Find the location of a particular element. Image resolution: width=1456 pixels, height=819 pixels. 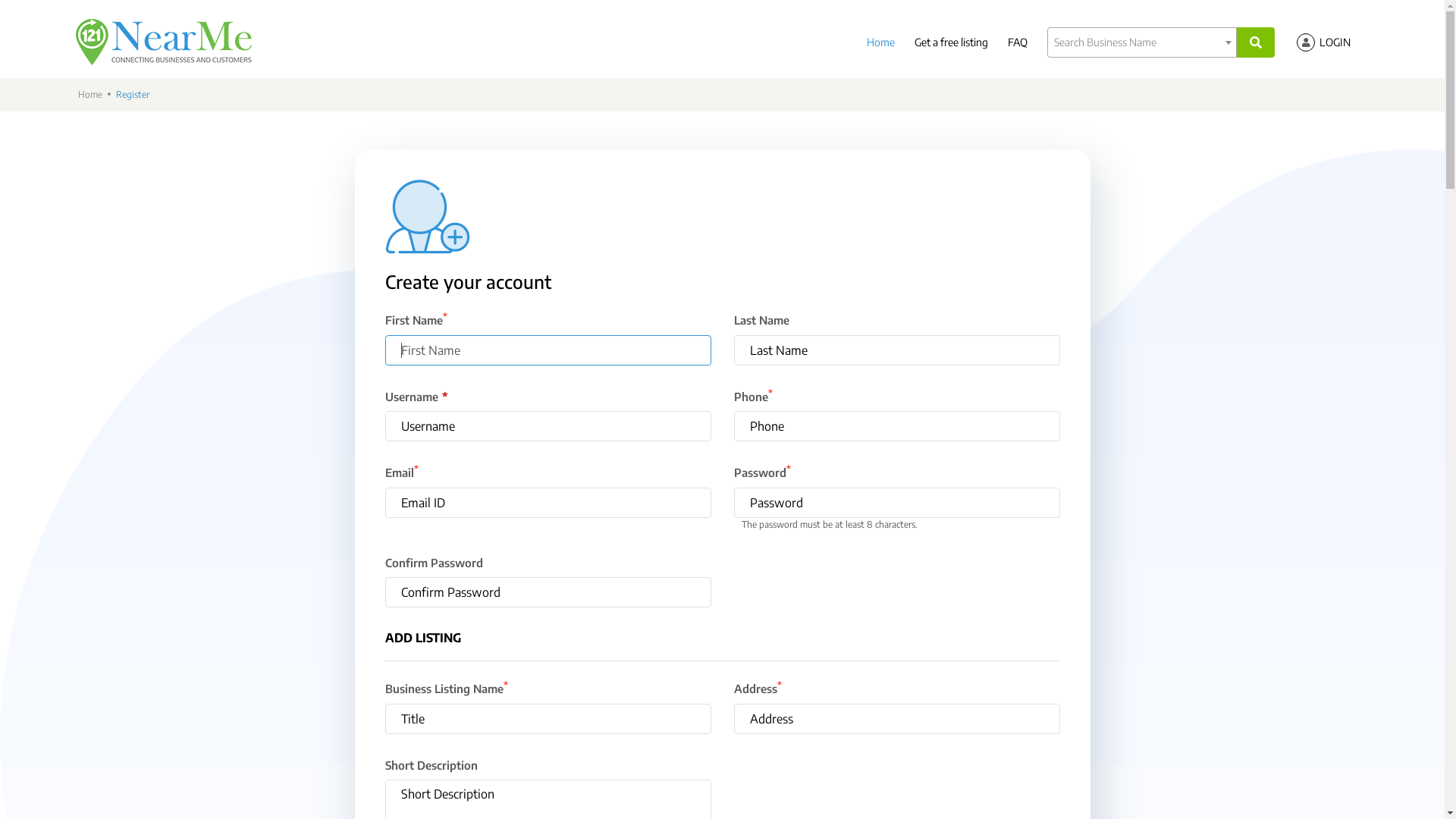

'Home' is located at coordinates (880, 41).